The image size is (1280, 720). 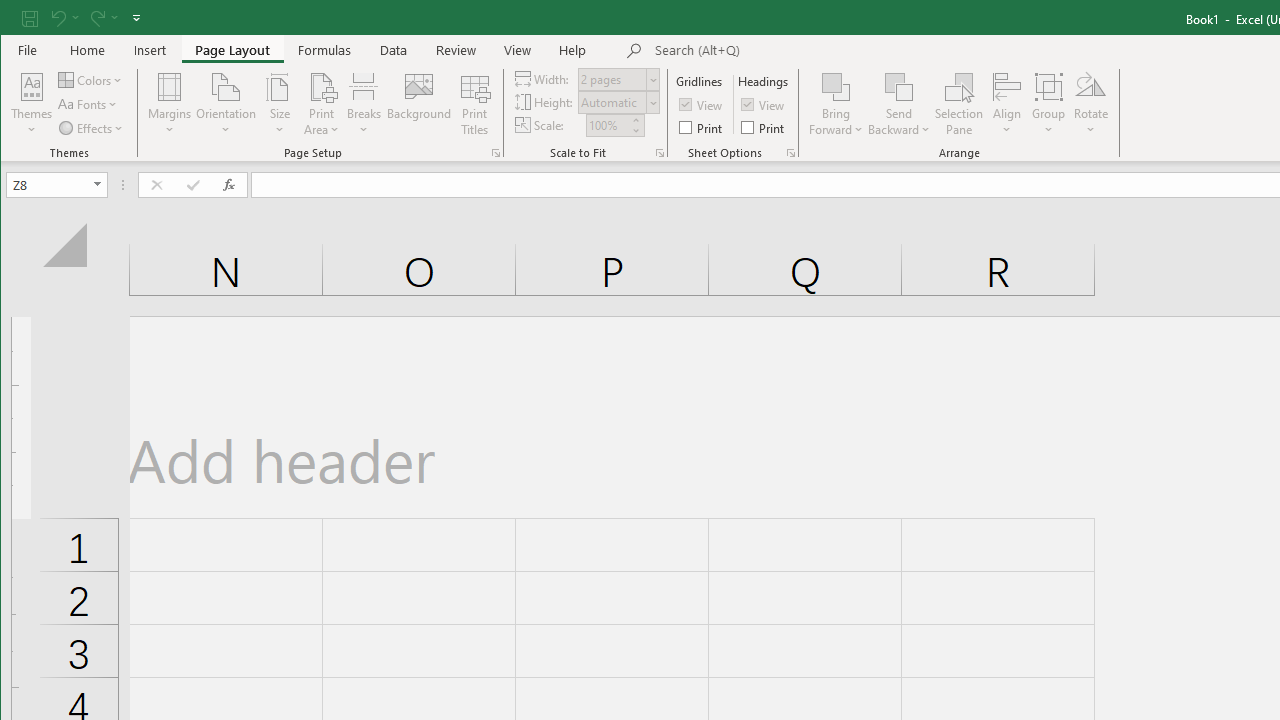 I want to click on 'Colors', so click(x=91, y=79).